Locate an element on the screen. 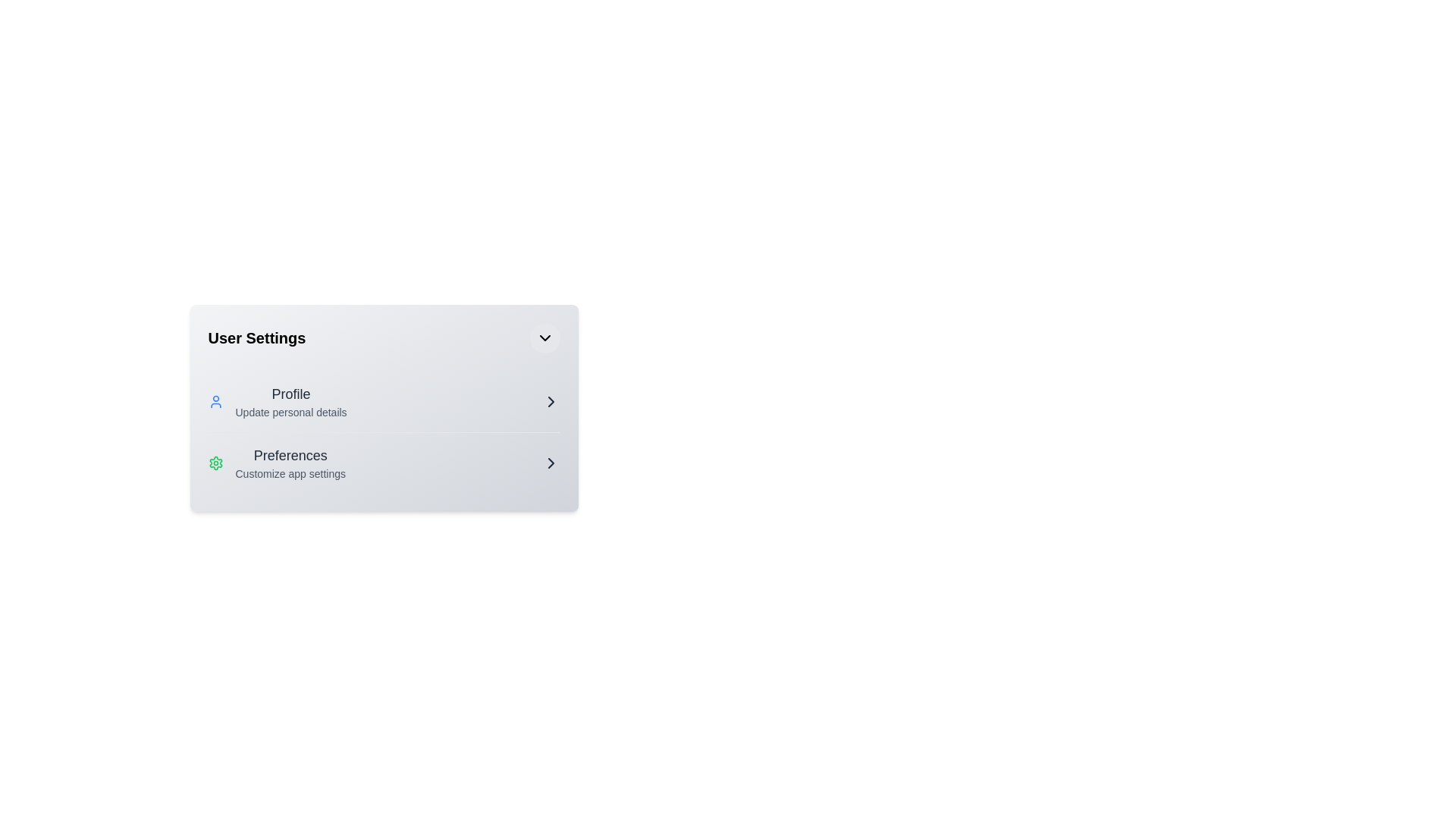  the second item is located at coordinates (384, 462).